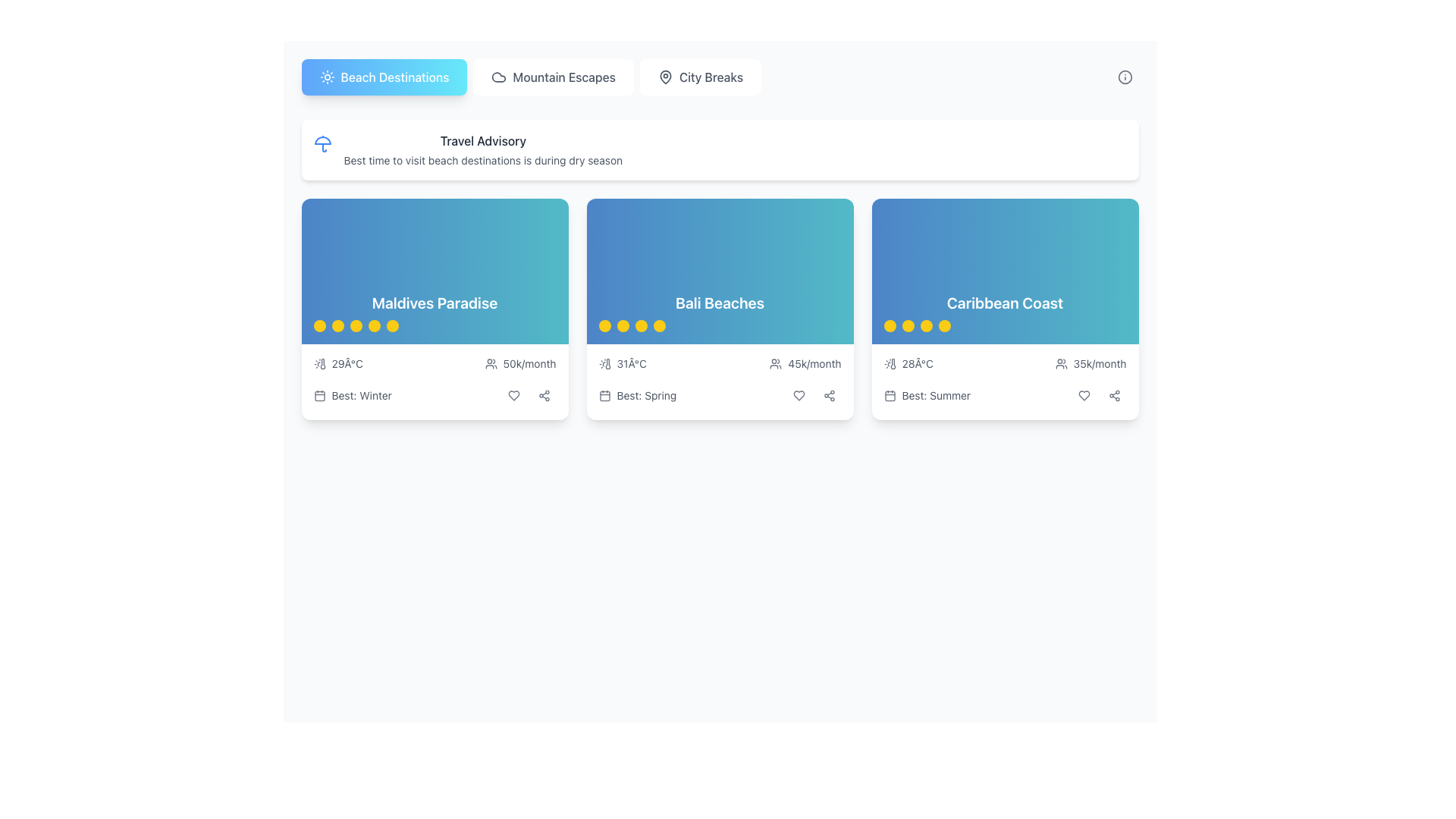 This screenshot has height=819, width=1456. I want to click on the informational text reading 'Best time to visit beach destinations is during dry season' located directly below the 'Travel Advisory' heading to emphasize it, so click(482, 161).